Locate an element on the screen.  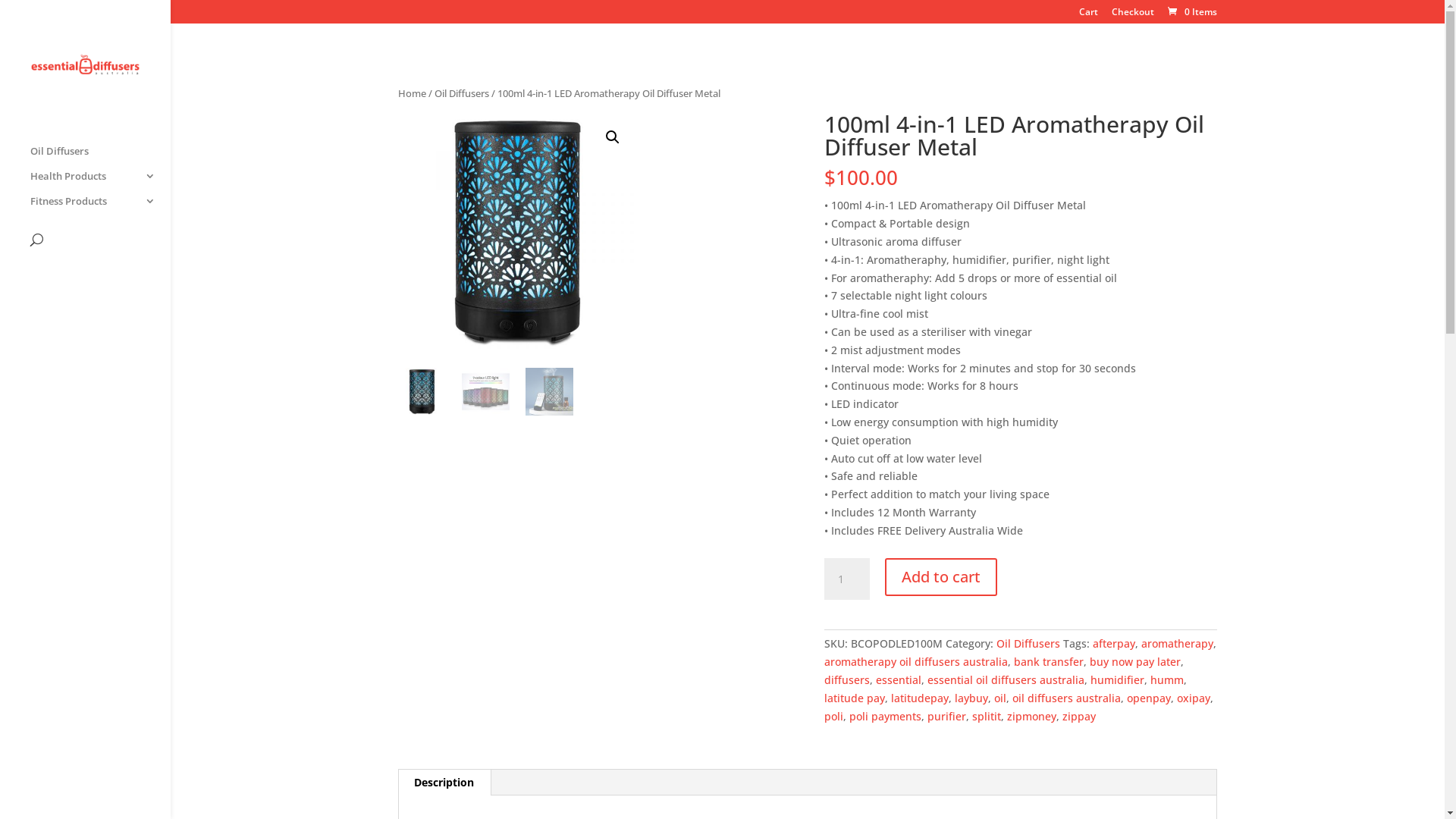
'100ml-4-in-1-LED-Aromatherapy-Oil-Diffuser-Metal-1.jpg' is located at coordinates (517, 232).